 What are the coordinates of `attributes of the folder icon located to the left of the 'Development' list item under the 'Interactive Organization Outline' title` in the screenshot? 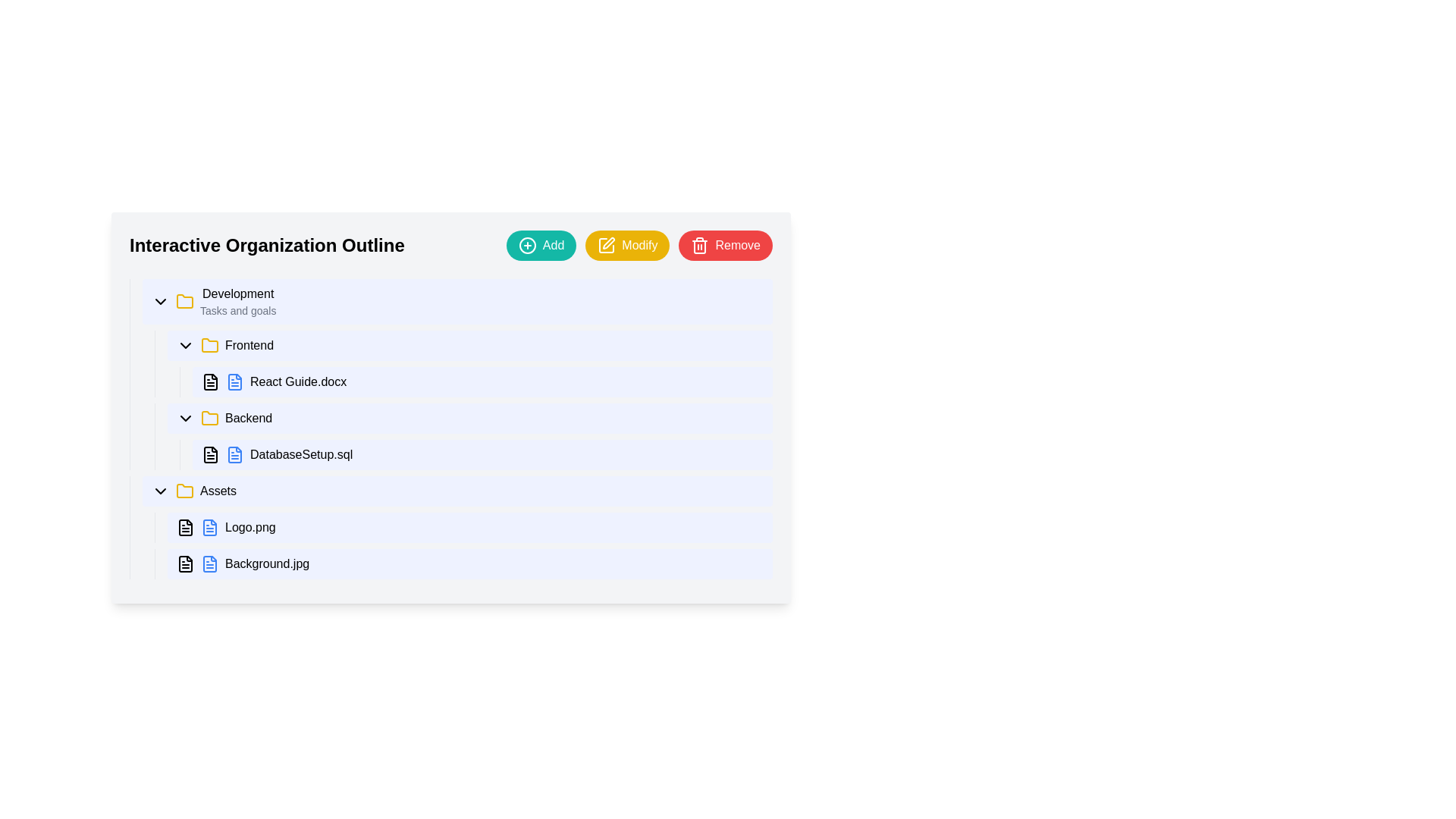 It's located at (184, 301).